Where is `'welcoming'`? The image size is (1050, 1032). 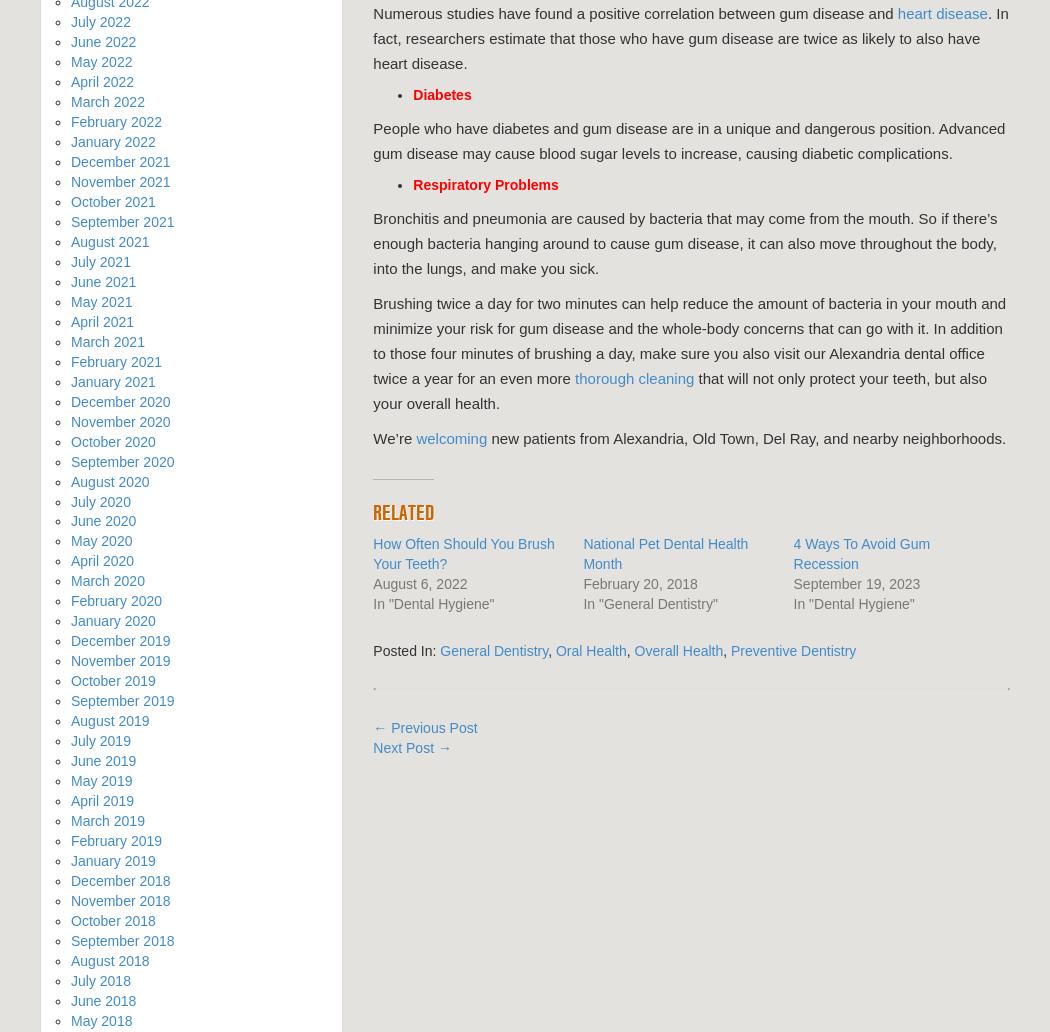 'welcoming' is located at coordinates (451, 437).